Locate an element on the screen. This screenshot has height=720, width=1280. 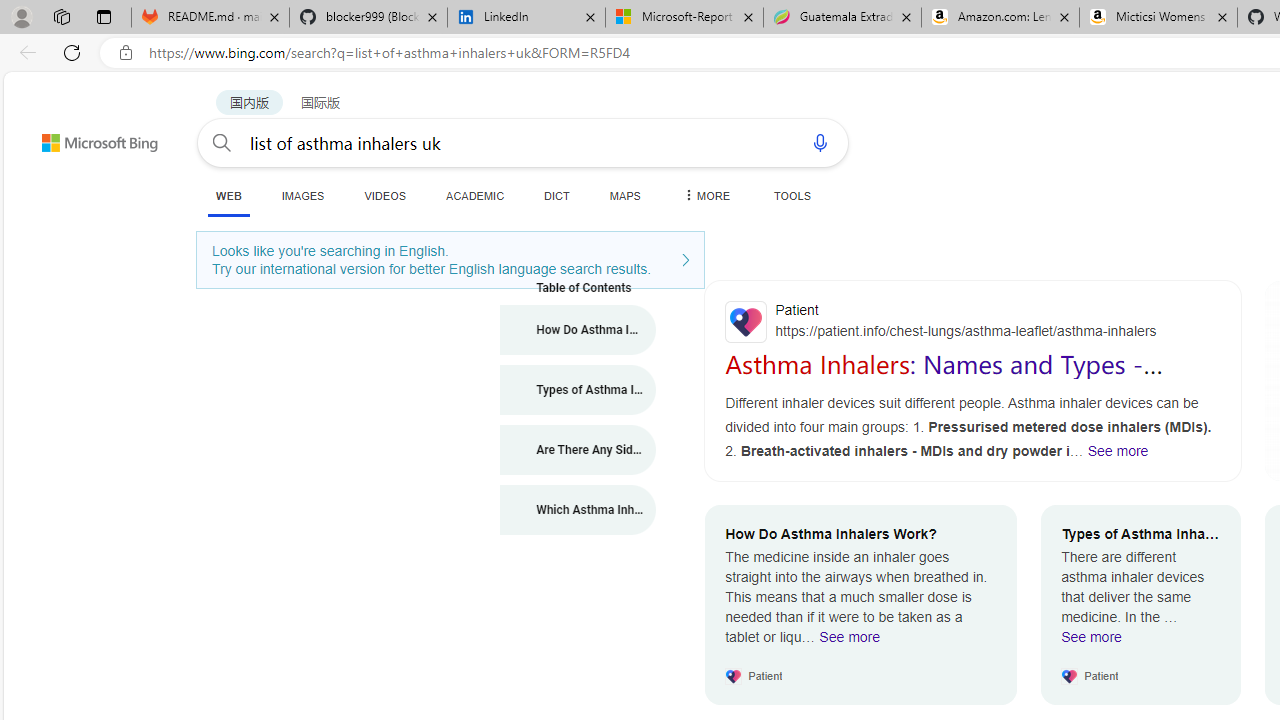
'ACADEMIC' is located at coordinates (474, 195).